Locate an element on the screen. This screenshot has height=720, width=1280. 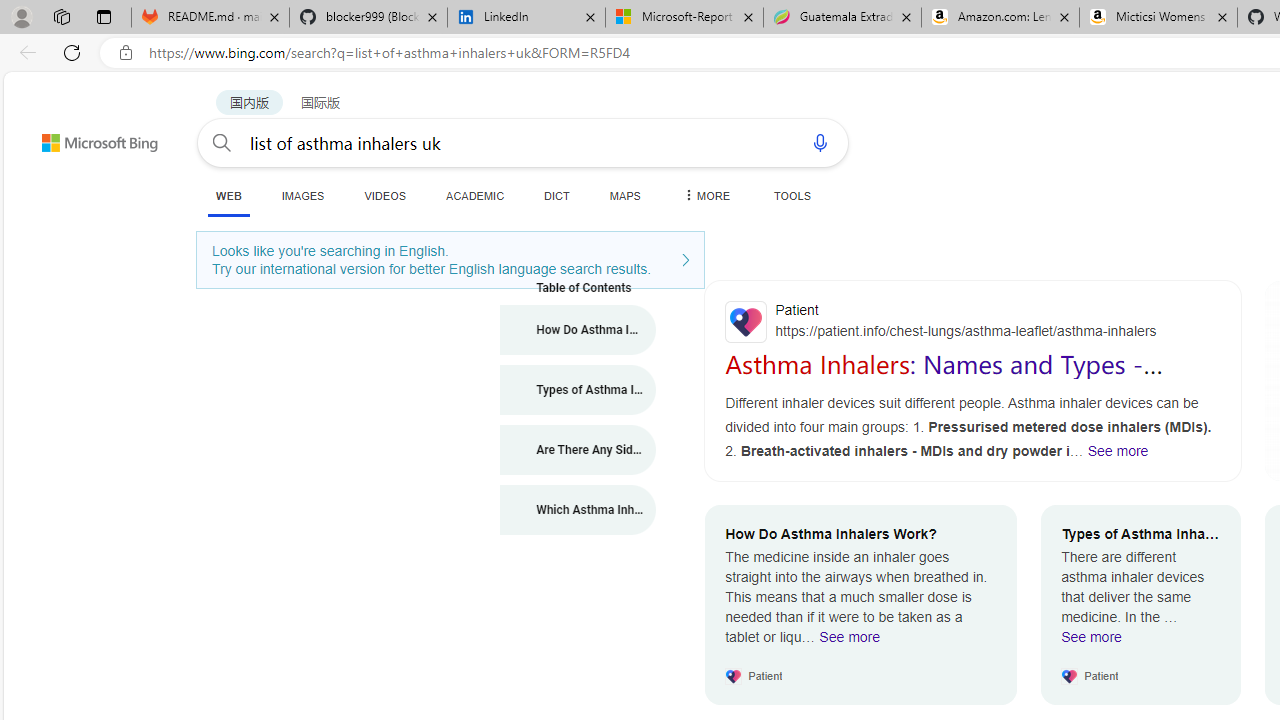
'ACADEMIC' is located at coordinates (474, 195).